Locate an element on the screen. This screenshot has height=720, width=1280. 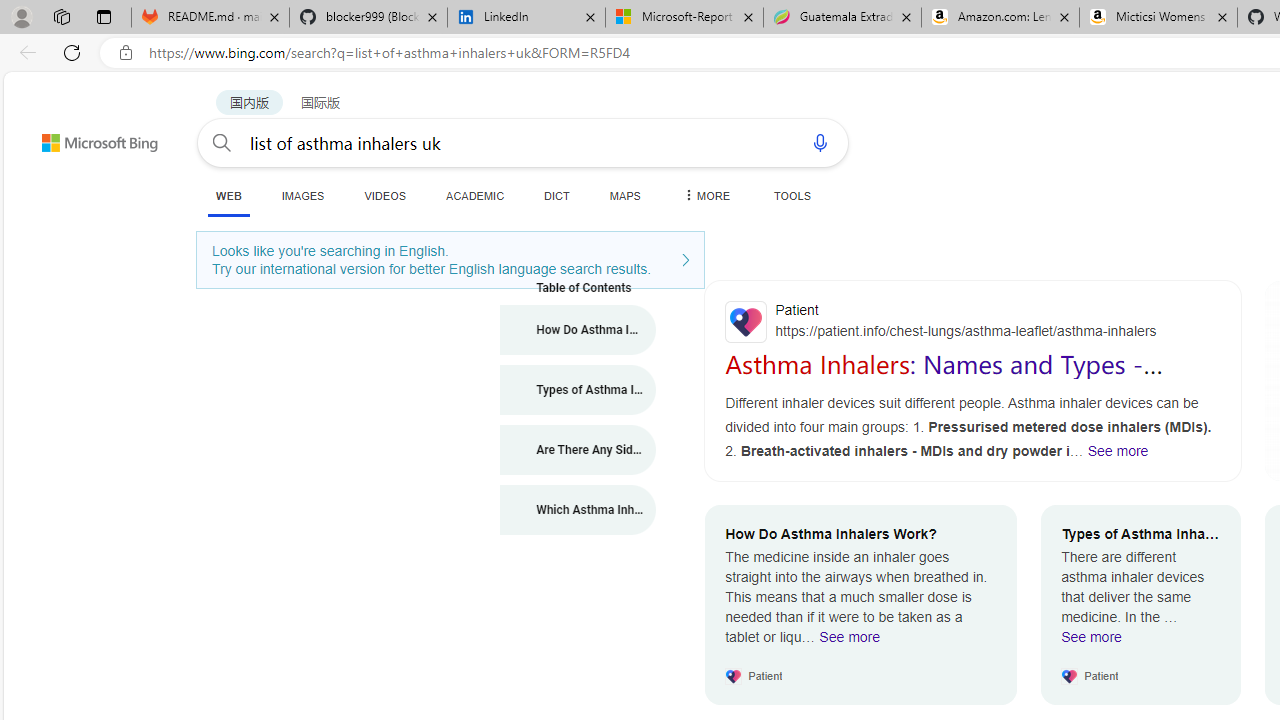
'ACADEMIC' is located at coordinates (474, 195).